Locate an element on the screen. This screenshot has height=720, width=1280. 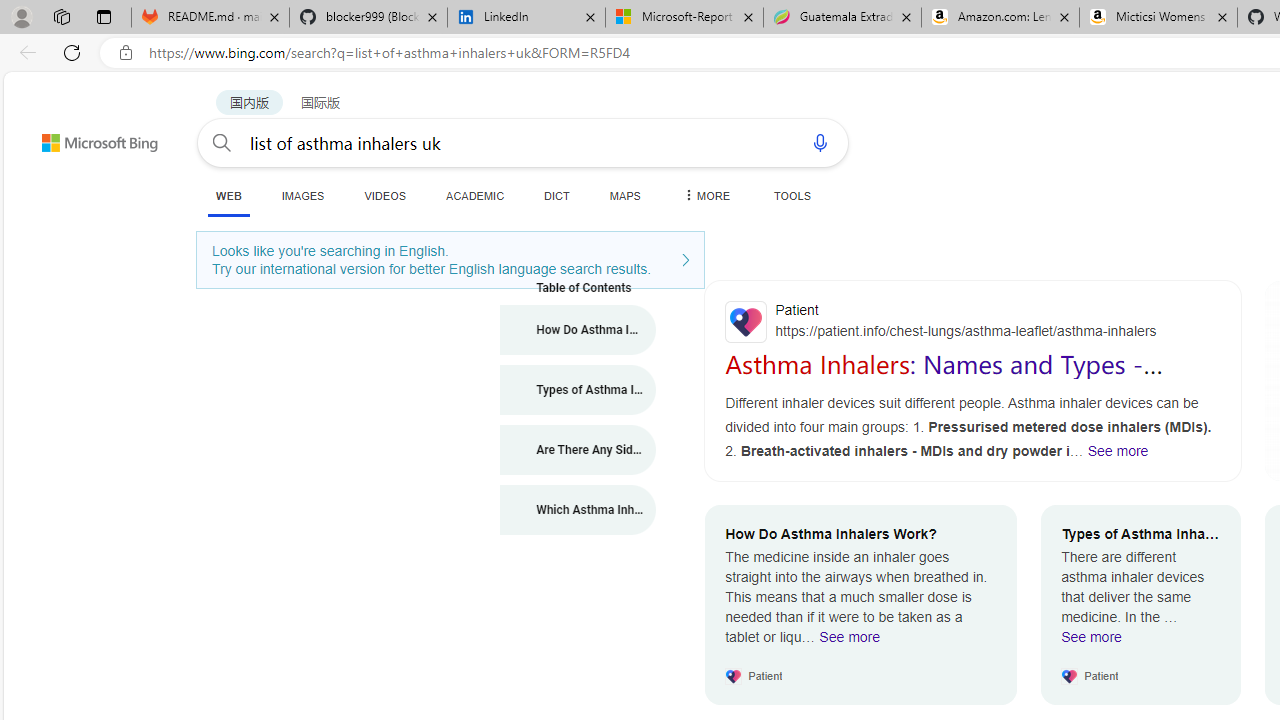
'ACADEMIC' is located at coordinates (474, 195).